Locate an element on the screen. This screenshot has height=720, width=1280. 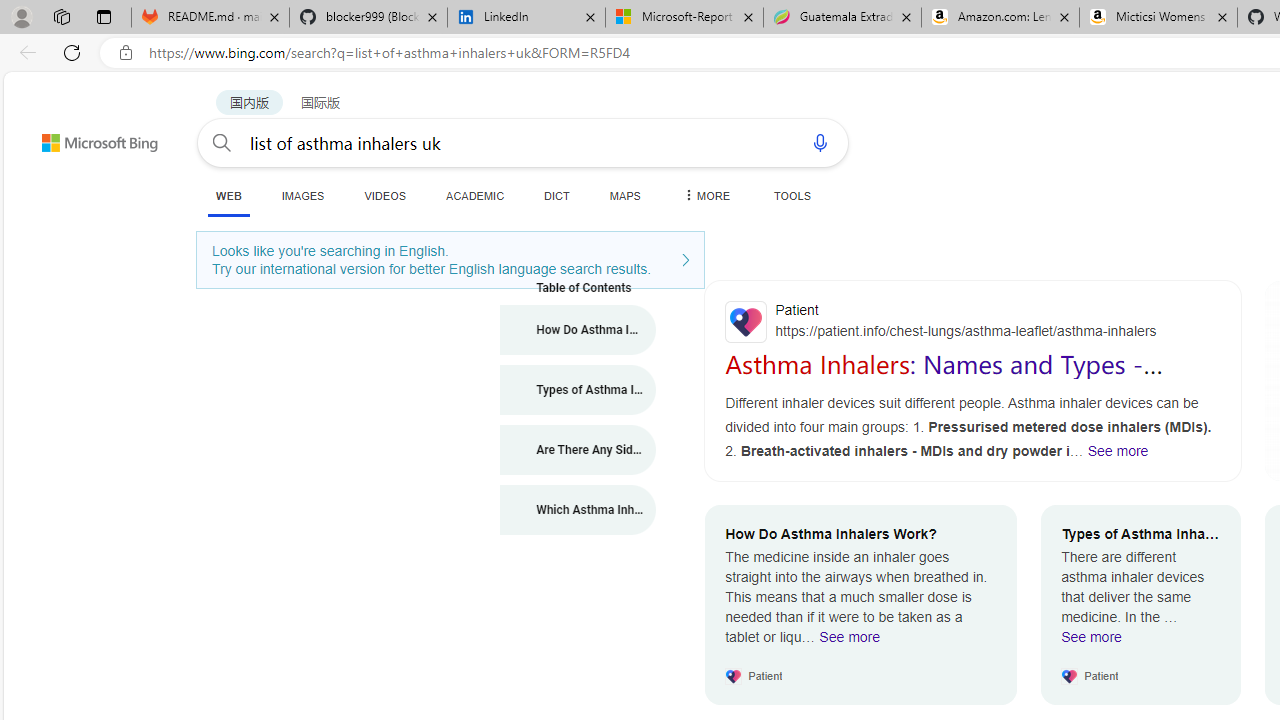
'ACADEMIC' is located at coordinates (474, 195).